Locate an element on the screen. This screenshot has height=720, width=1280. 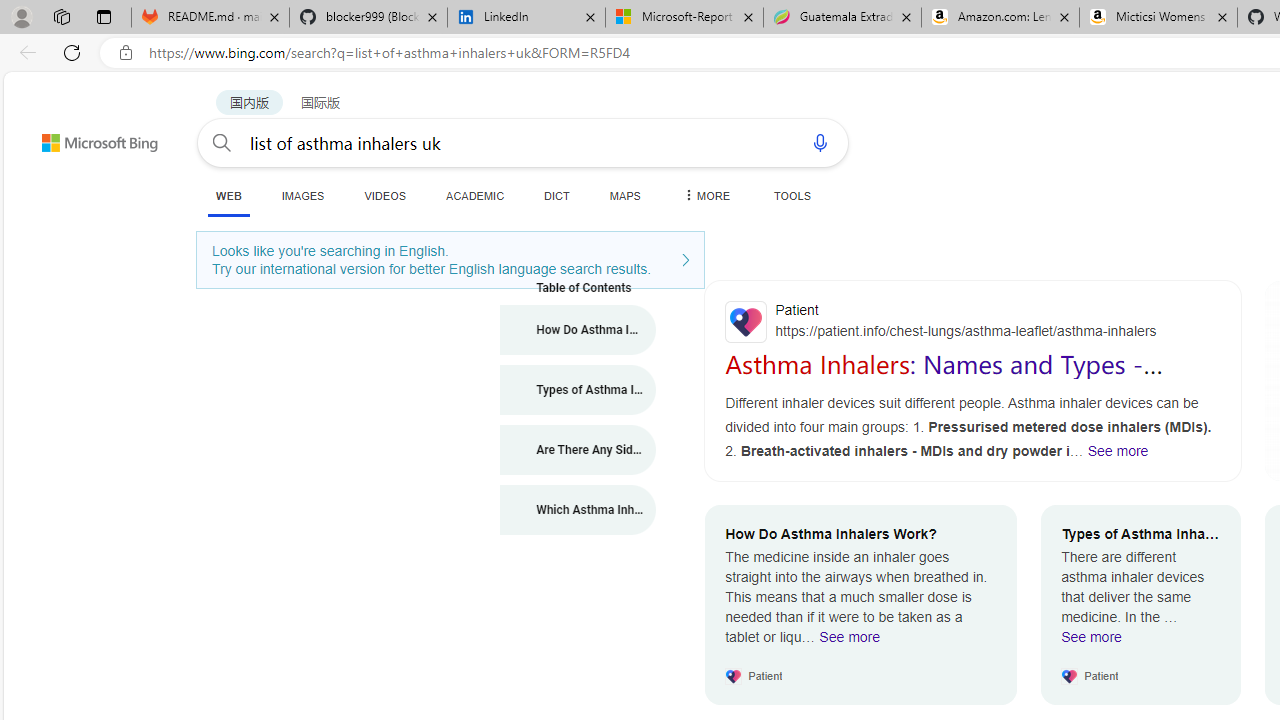
'ACADEMIC' is located at coordinates (474, 195).